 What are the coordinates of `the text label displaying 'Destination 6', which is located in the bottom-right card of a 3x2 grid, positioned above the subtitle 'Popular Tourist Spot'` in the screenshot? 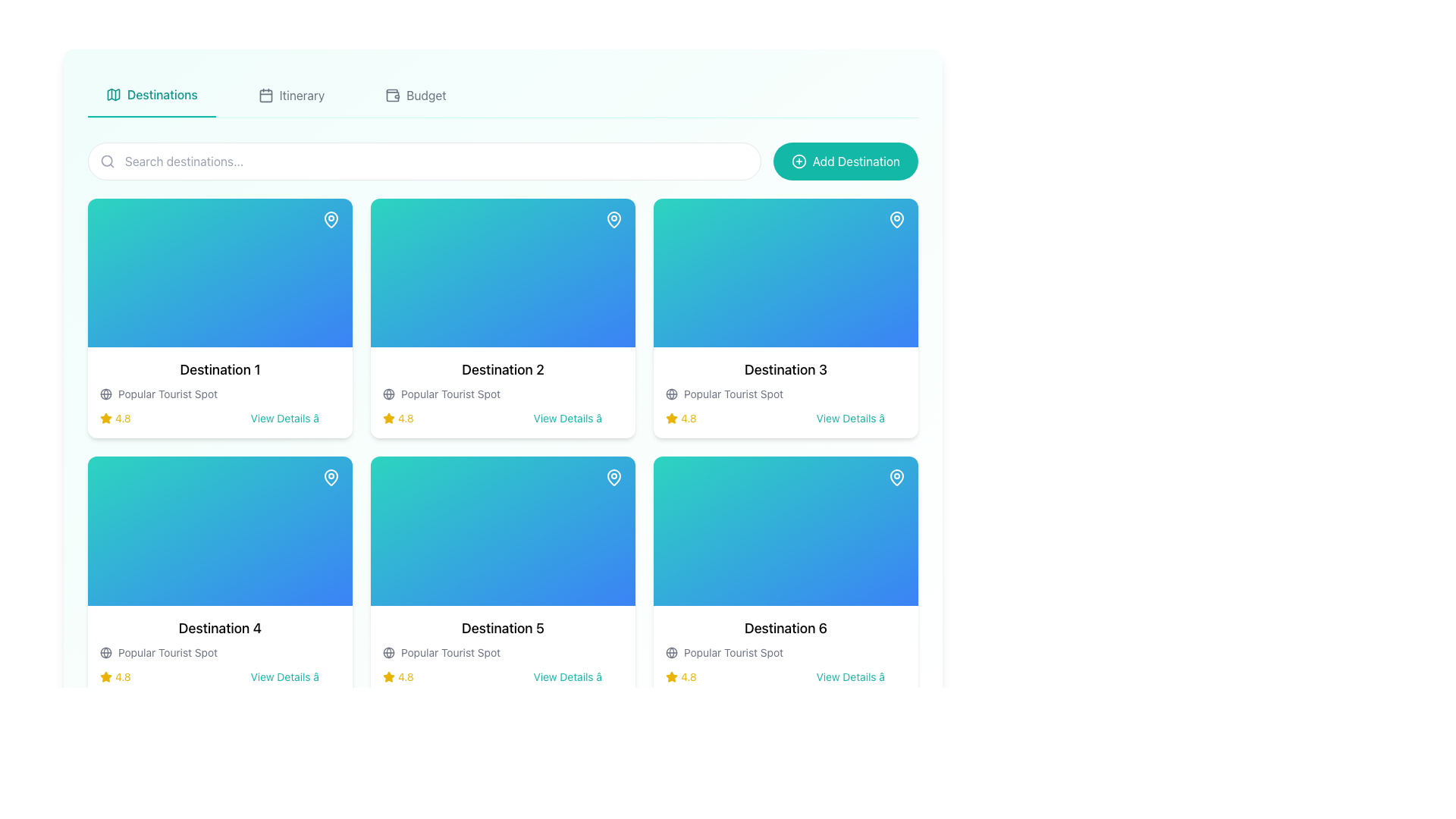 It's located at (786, 628).